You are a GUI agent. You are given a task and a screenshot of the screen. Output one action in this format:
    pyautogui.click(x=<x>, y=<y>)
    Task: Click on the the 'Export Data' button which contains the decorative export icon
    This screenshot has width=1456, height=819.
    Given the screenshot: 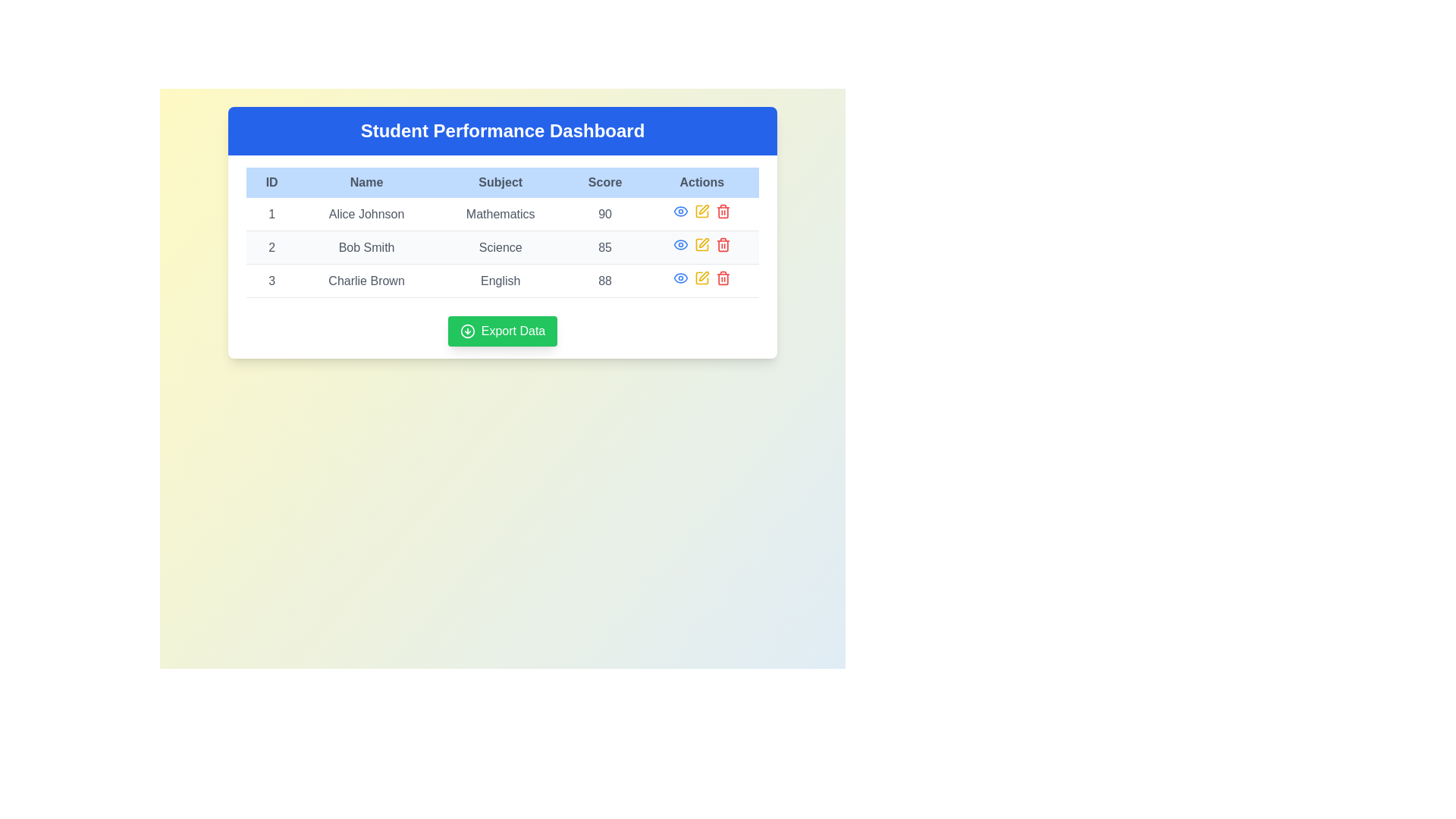 What is the action you would take?
    pyautogui.click(x=466, y=330)
    